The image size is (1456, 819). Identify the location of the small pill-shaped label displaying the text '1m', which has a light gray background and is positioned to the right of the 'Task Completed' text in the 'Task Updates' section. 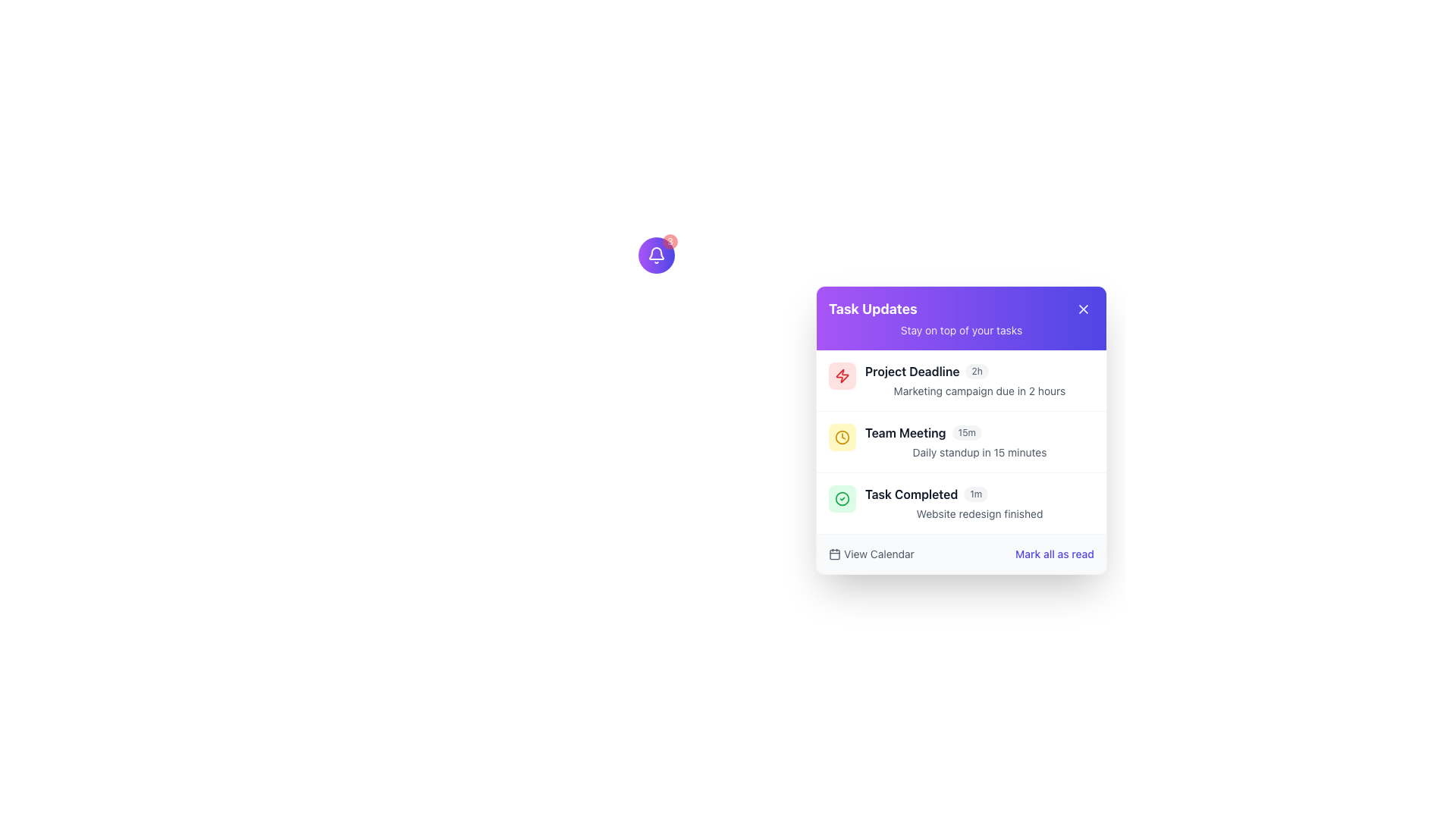
(976, 494).